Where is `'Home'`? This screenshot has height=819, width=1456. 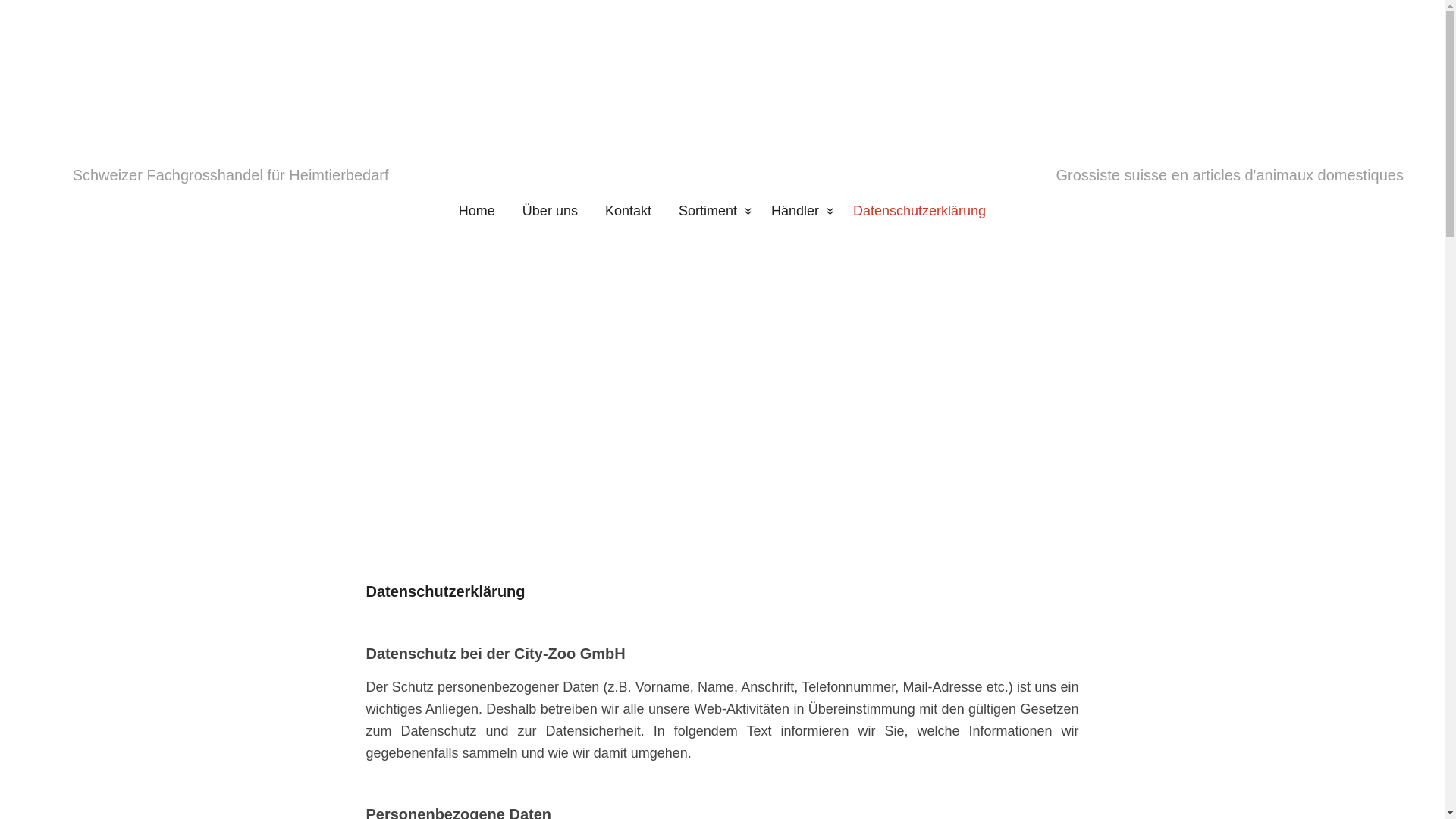
'Home' is located at coordinates (431, 211).